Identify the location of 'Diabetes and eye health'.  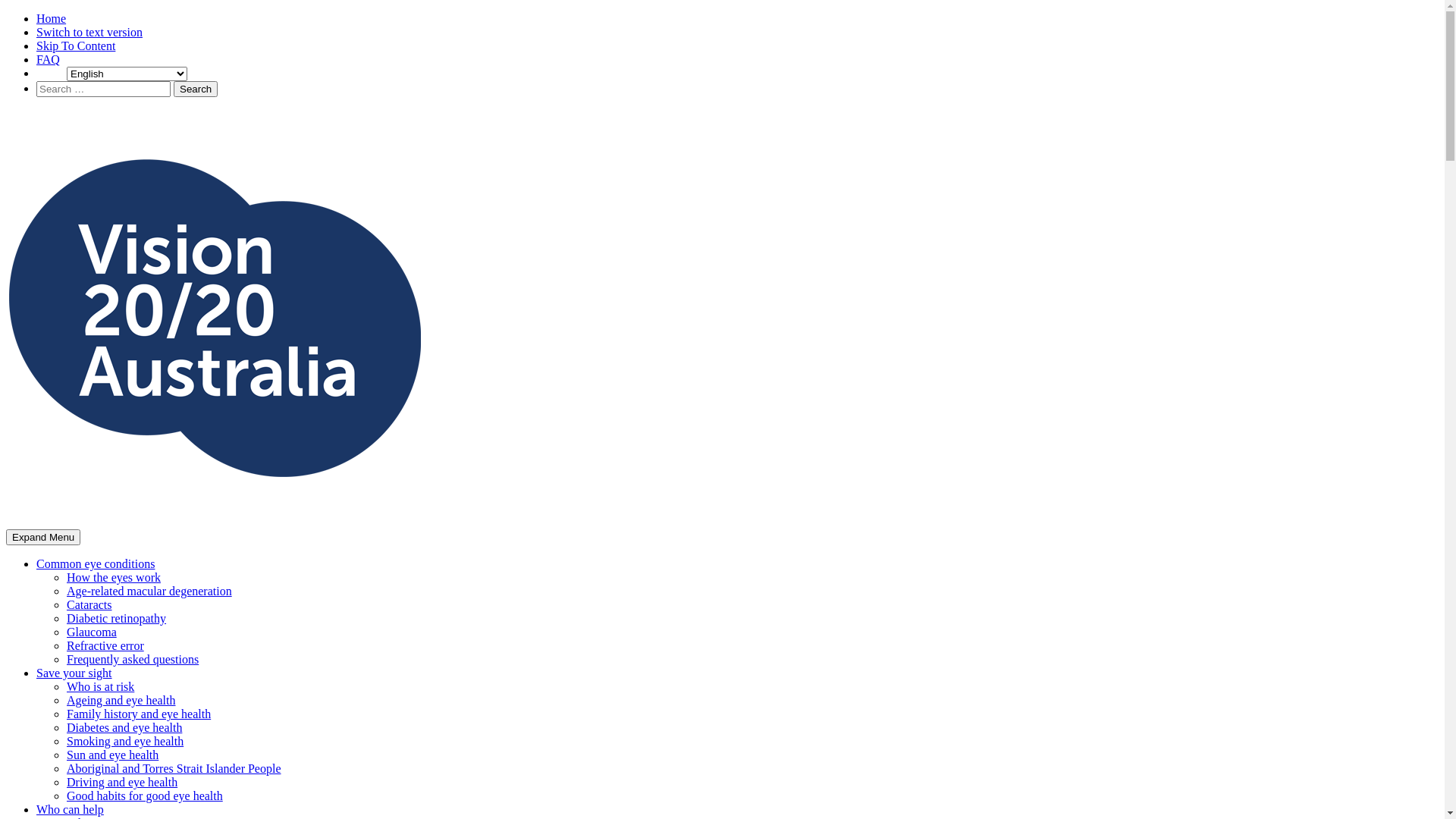
(124, 726).